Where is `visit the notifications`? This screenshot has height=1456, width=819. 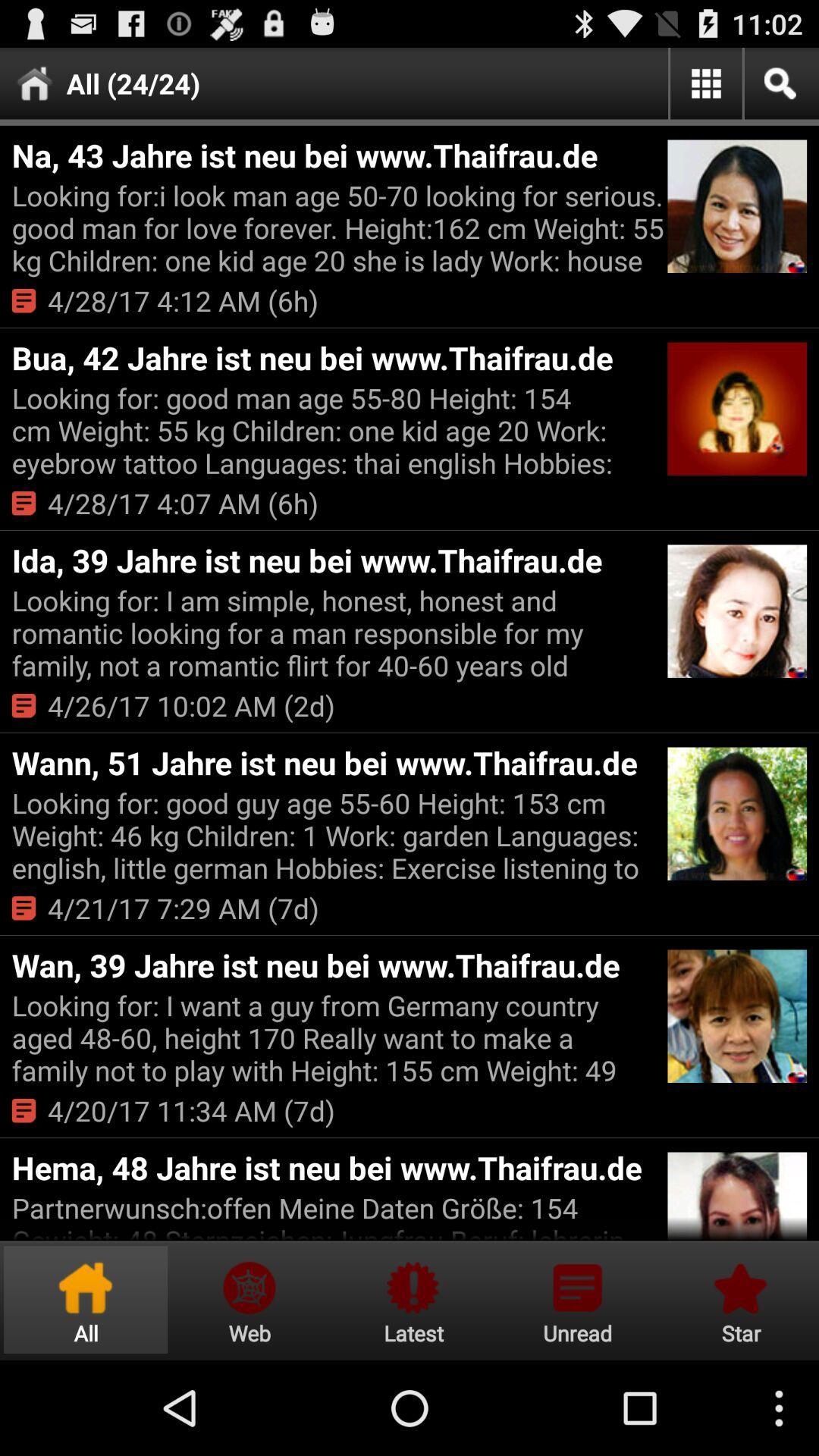 visit the notifications is located at coordinates (577, 1299).